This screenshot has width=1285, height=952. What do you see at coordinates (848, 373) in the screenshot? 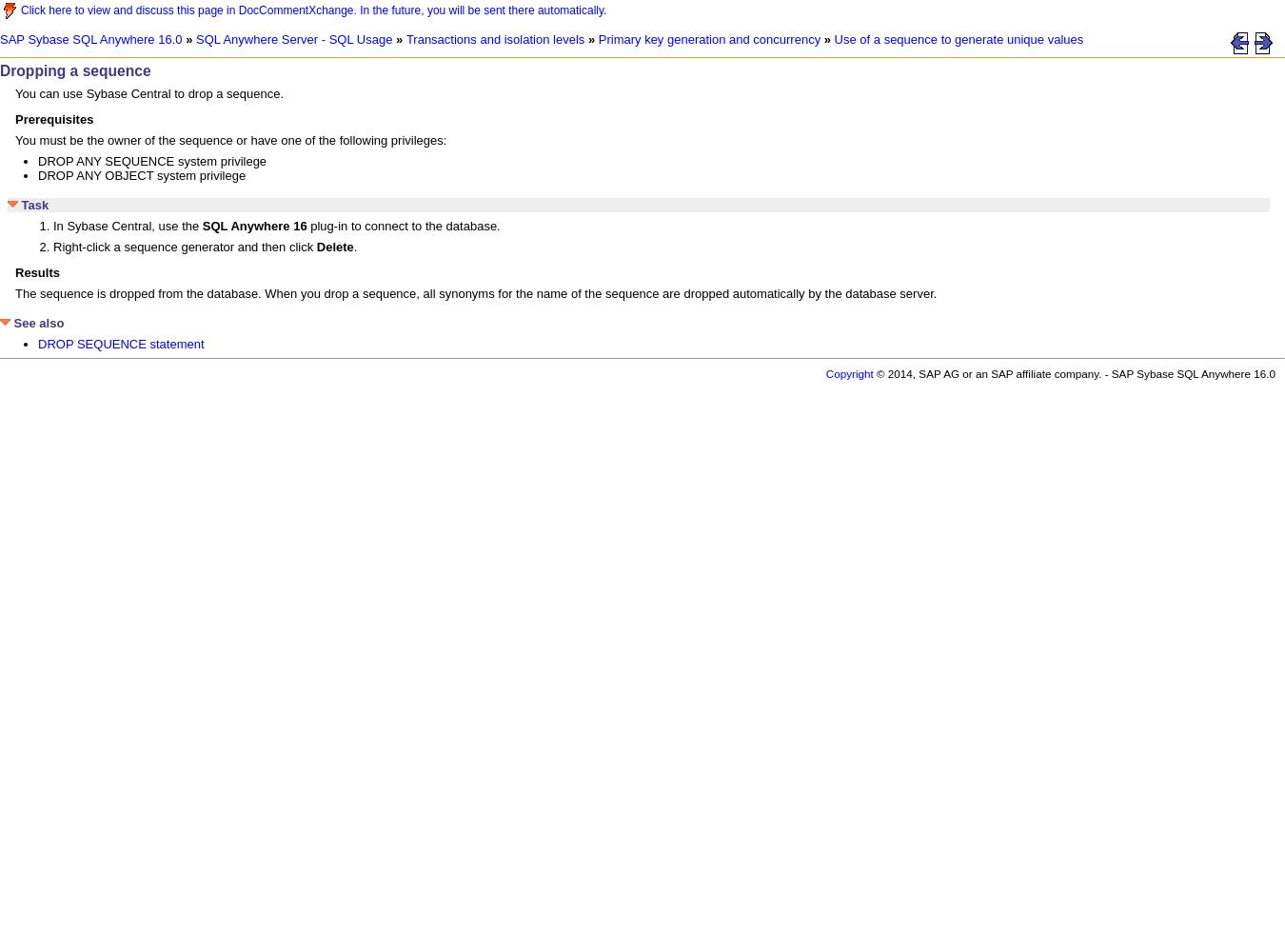
I see `'Copyright'` at bounding box center [848, 373].